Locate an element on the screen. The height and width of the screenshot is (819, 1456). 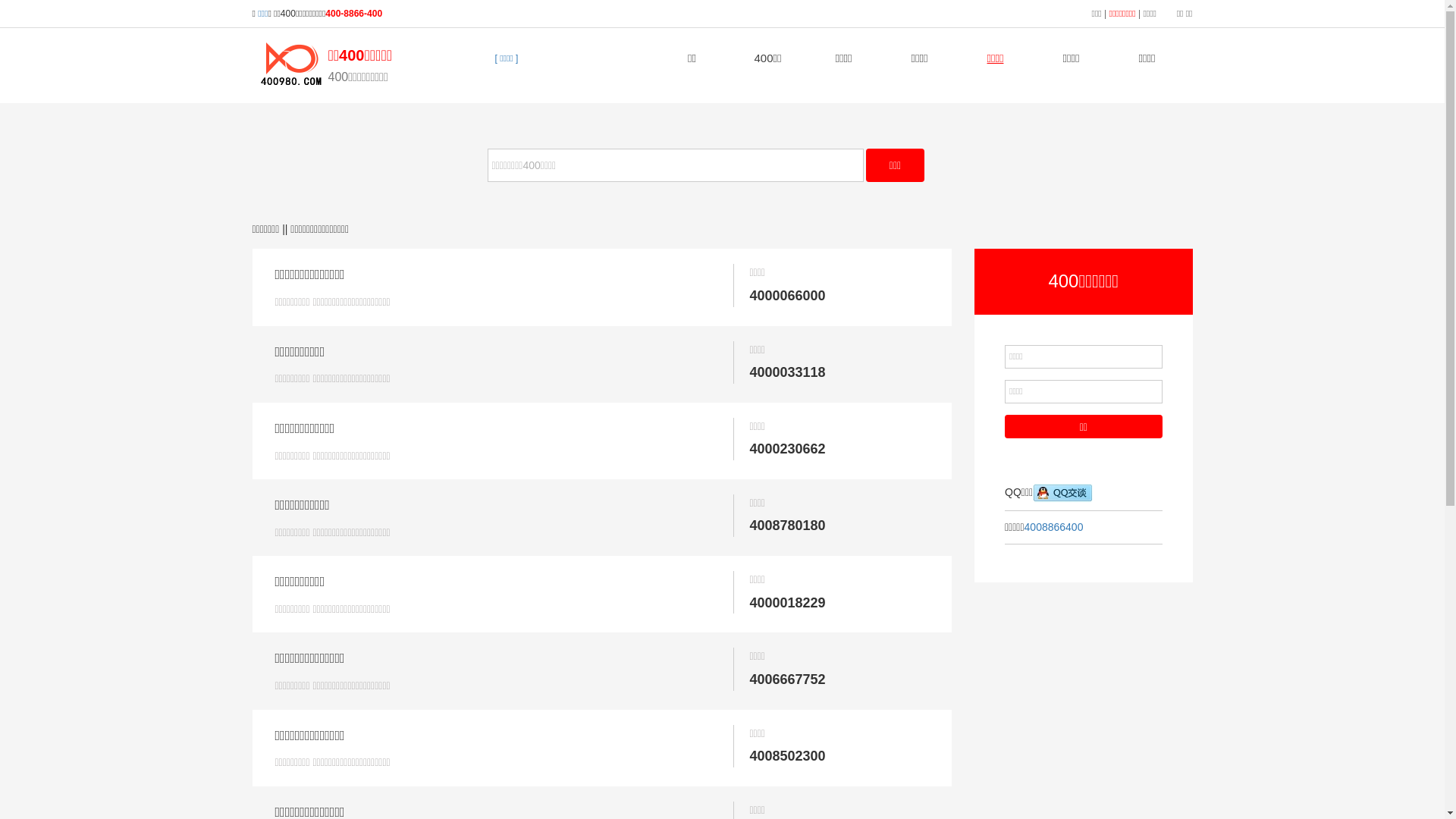
'4008866400' is located at coordinates (1024, 526).